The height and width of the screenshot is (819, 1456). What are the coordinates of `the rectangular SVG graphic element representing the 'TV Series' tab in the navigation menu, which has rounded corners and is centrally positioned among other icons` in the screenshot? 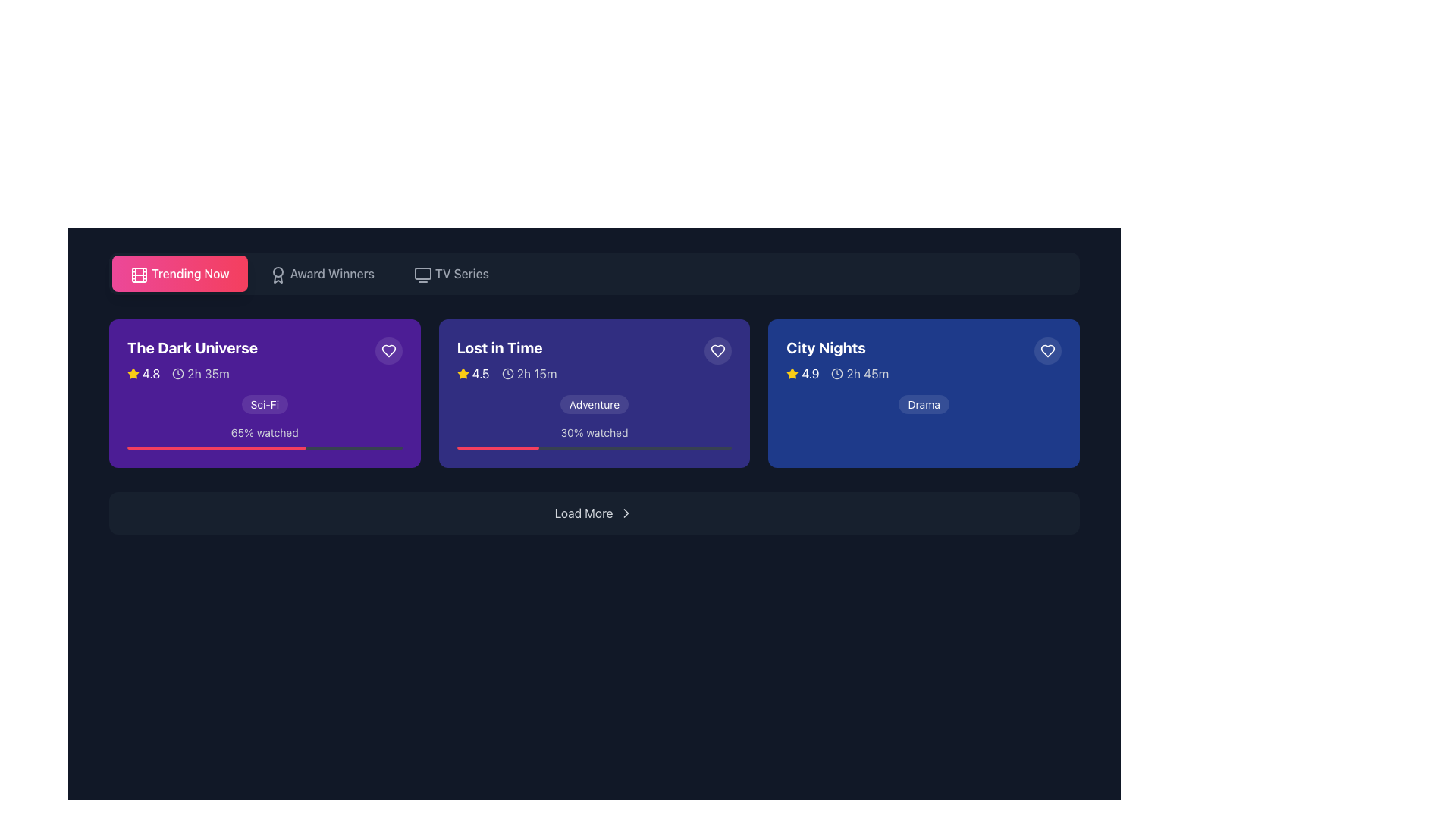 It's located at (422, 274).